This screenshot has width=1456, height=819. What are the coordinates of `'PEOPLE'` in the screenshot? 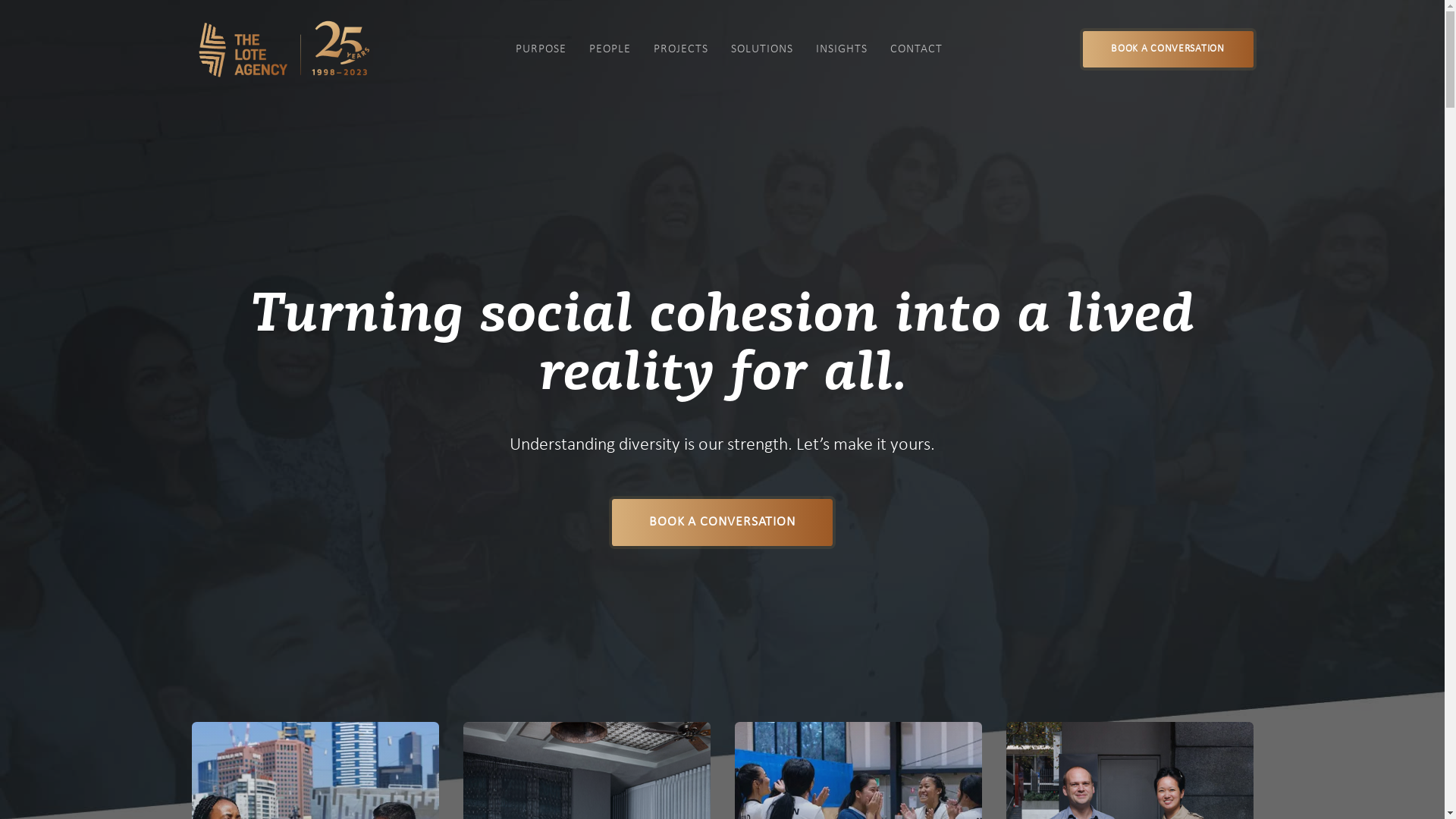 It's located at (610, 49).